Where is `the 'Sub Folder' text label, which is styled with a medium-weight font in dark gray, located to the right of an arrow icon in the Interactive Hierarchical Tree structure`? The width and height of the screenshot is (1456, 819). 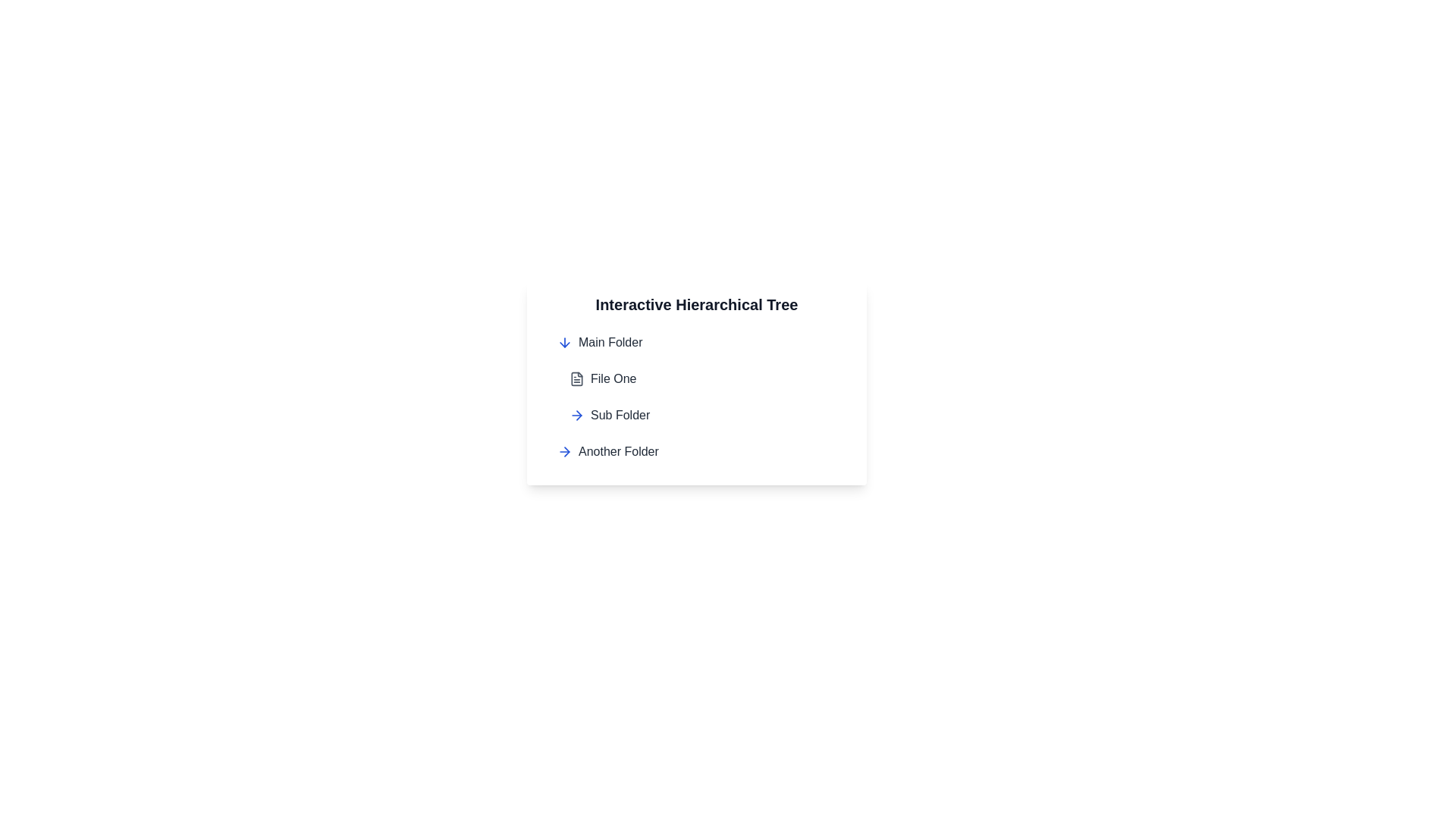
the 'Sub Folder' text label, which is styled with a medium-weight font in dark gray, located to the right of an arrow icon in the Interactive Hierarchical Tree structure is located at coordinates (620, 415).